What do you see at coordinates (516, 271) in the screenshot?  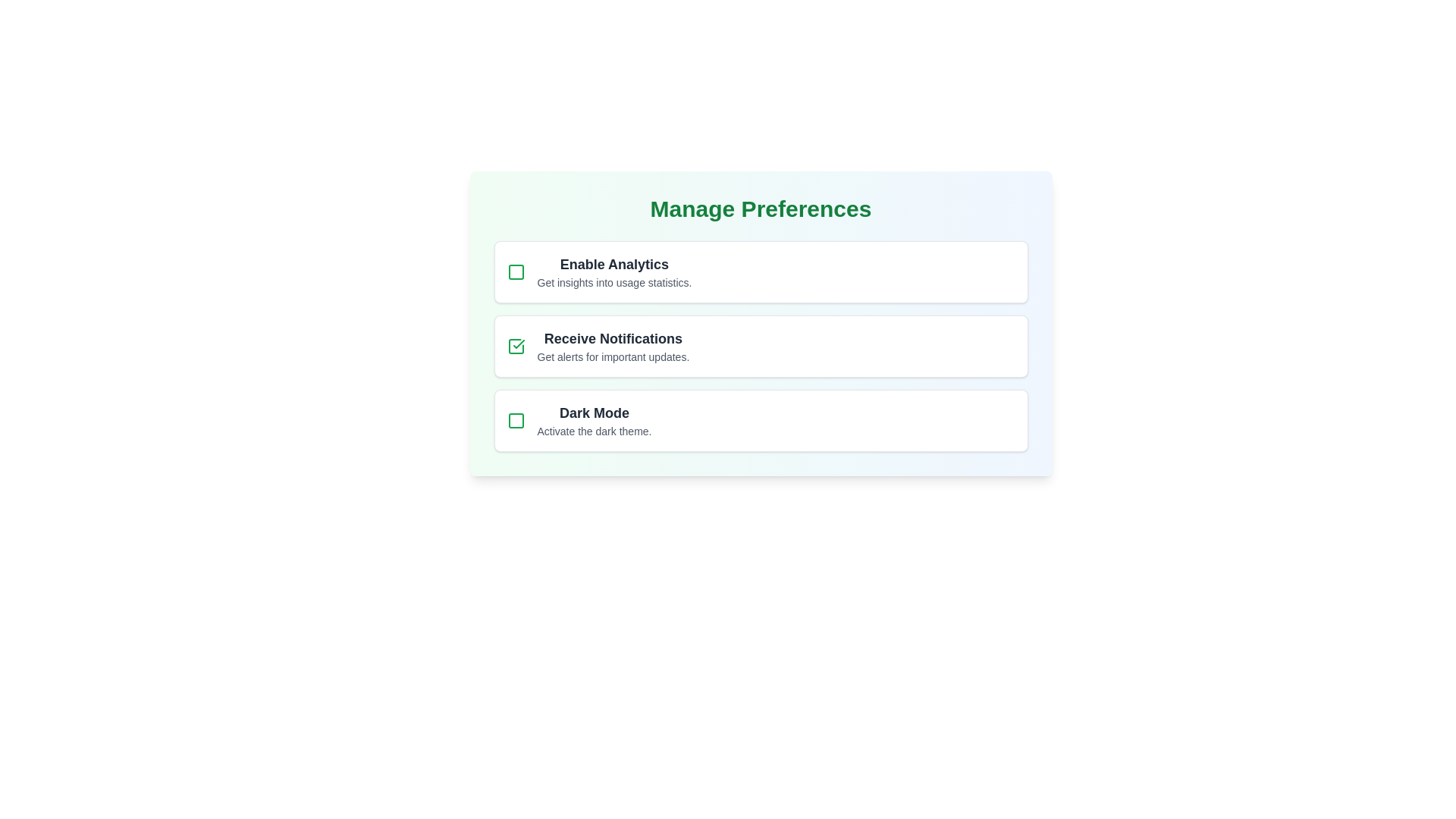 I see `the checkbox to the left of the 'Enable Analytics' label` at bounding box center [516, 271].